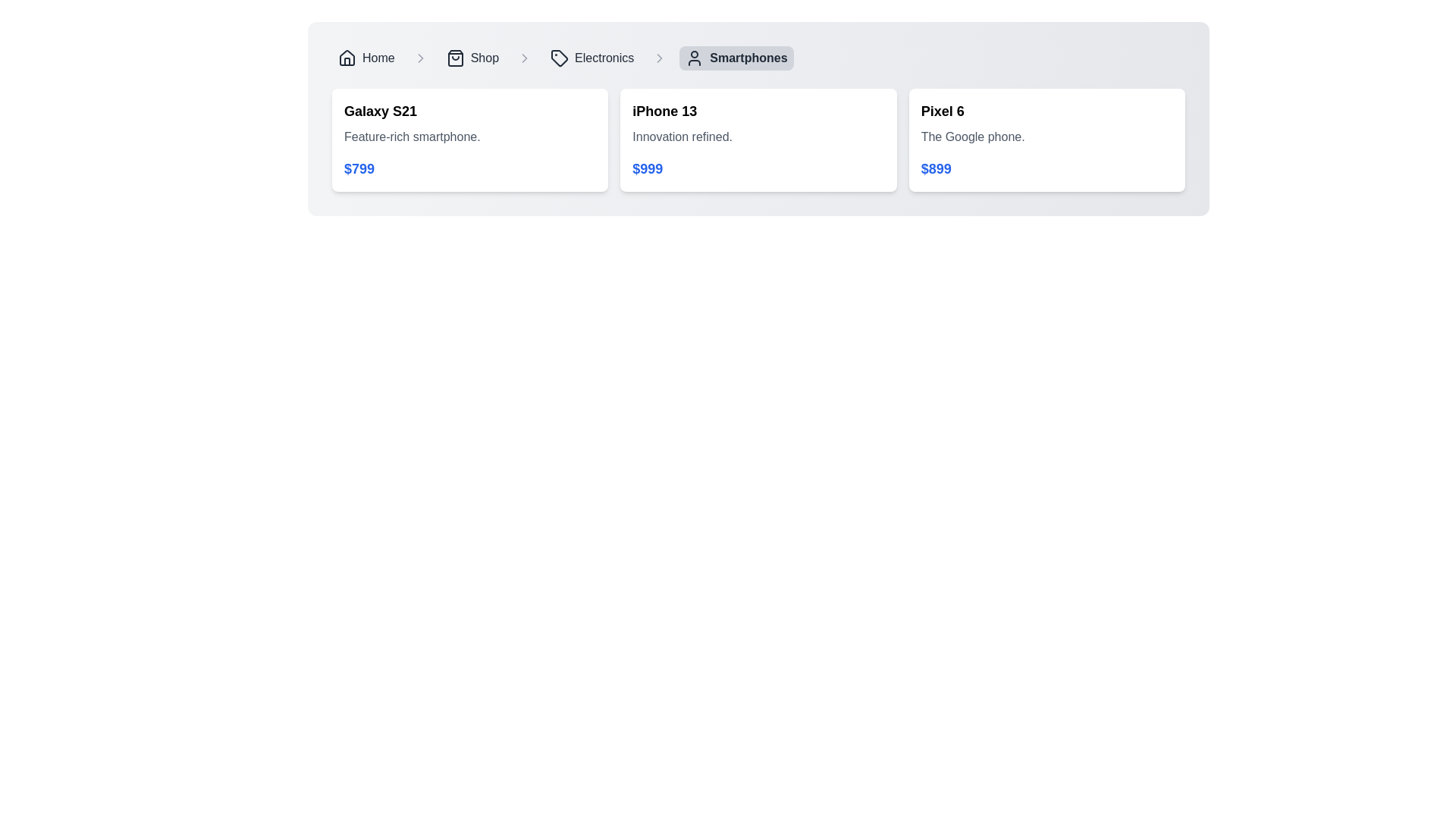 The width and height of the screenshot is (1456, 819). I want to click on the Breadcrumb navigation item that signifies the current page, which is the last entry following 'Home,' 'Shop,' and 'Electronics', so click(736, 58).